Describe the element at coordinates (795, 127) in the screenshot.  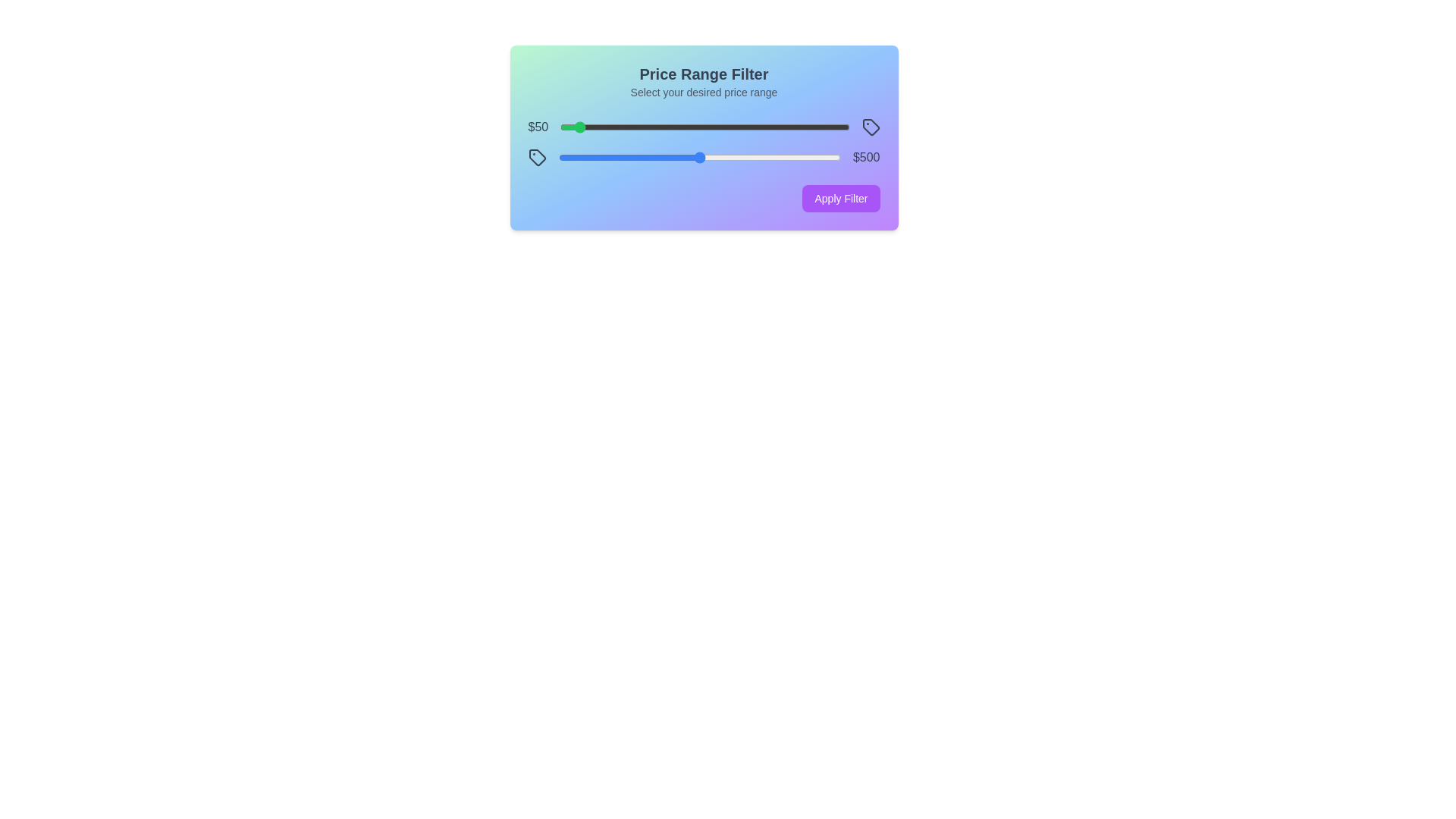
I see `the minimum price slider to 817` at that location.